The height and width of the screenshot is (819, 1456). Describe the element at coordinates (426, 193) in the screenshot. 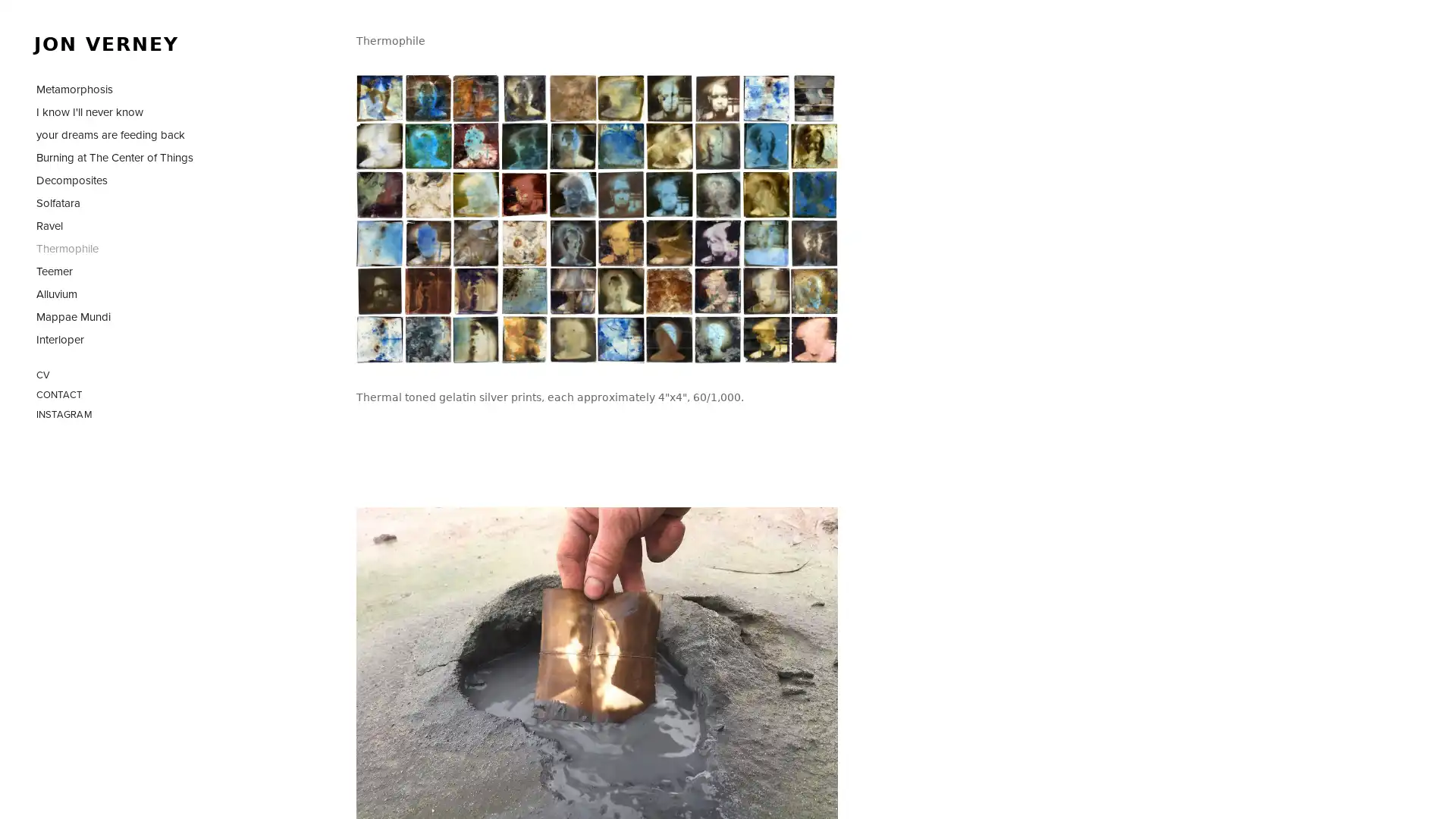

I see `View fullsize jon_verney_thermophile_51.jpg` at that location.